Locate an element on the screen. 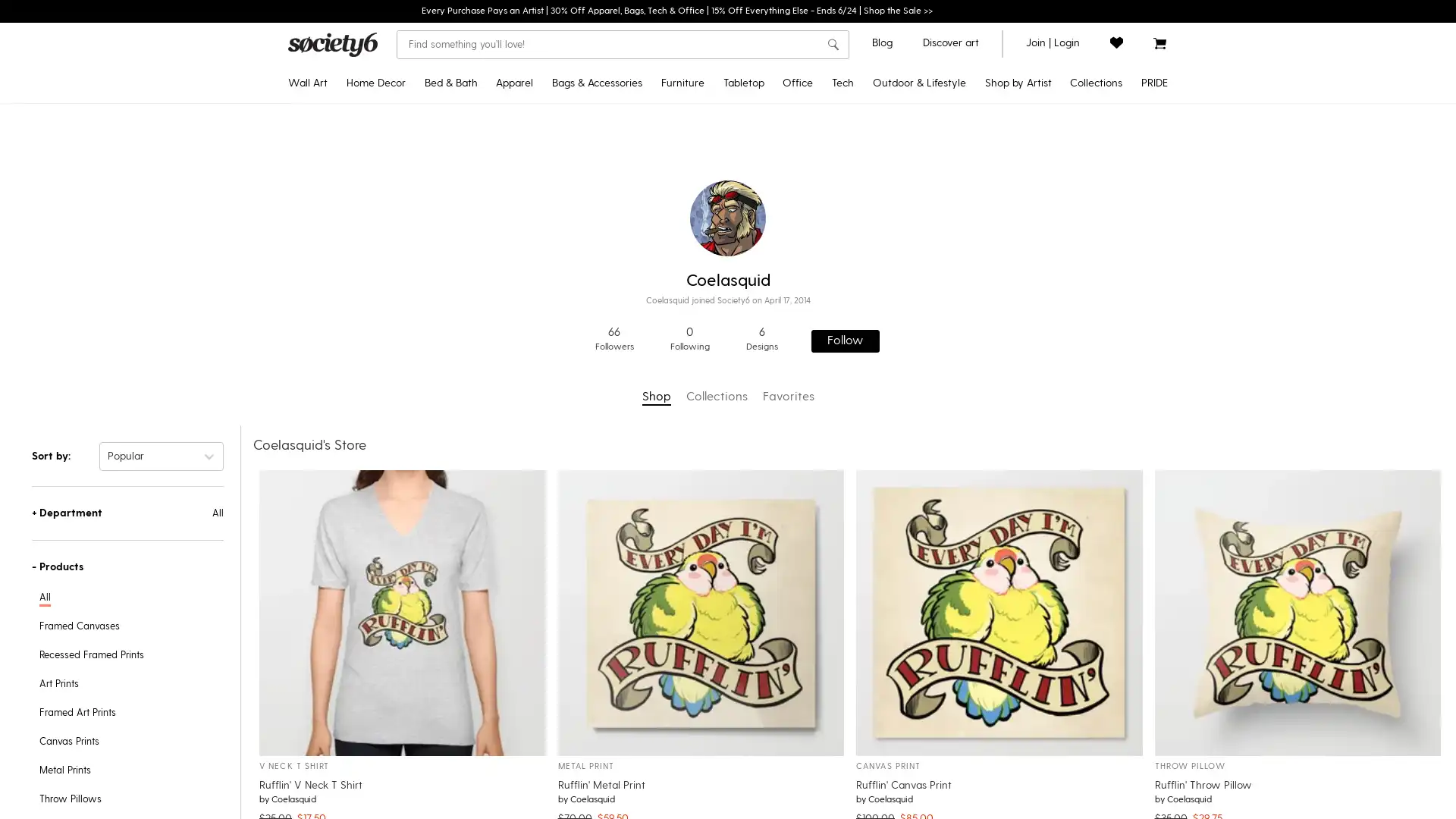 This screenshot has height=819, width=1456. V-Neck T-Shirts is located at coordinates (562, 243).